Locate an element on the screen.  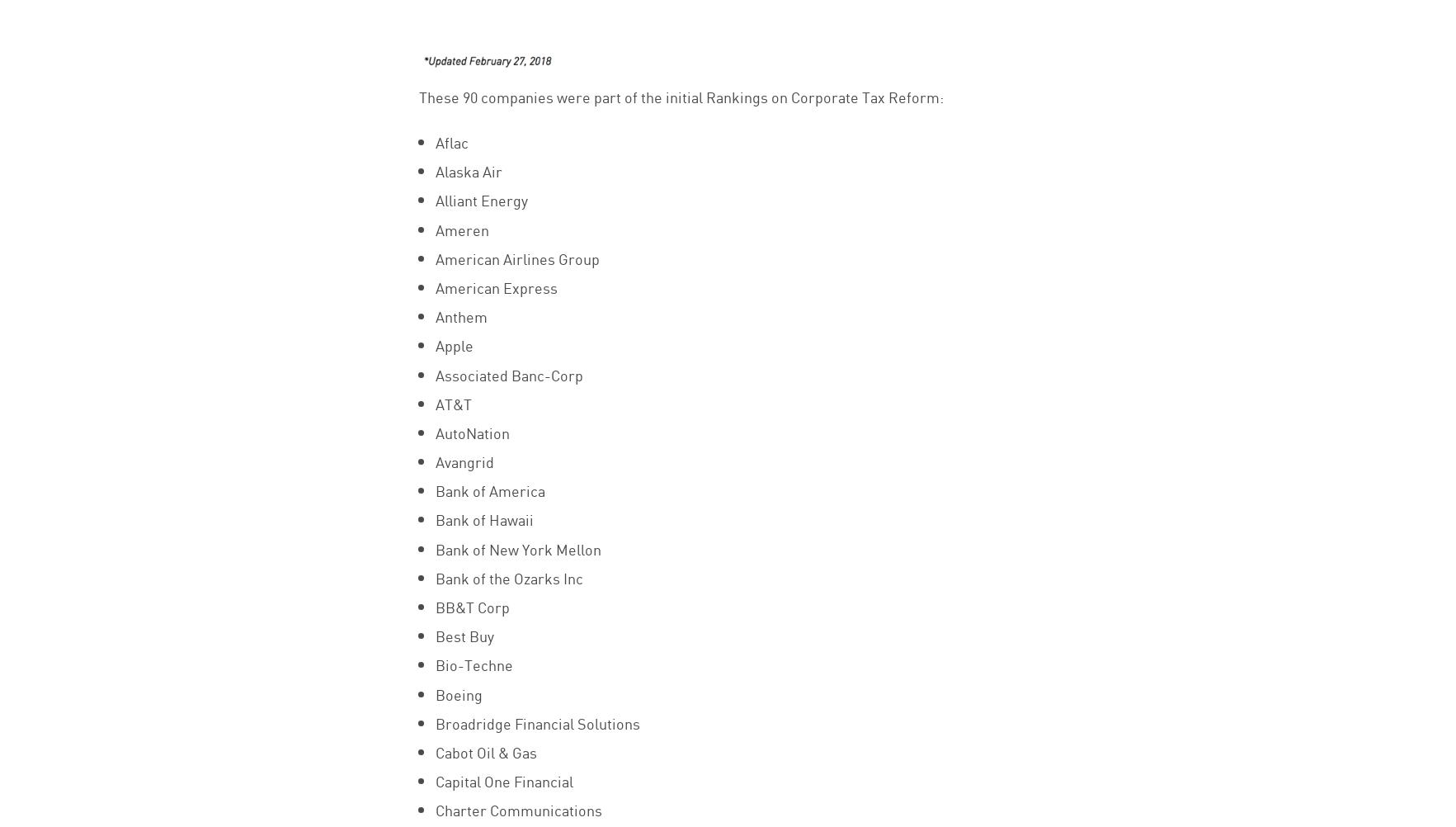
'Aflac' is located at coordinates (450, 142).